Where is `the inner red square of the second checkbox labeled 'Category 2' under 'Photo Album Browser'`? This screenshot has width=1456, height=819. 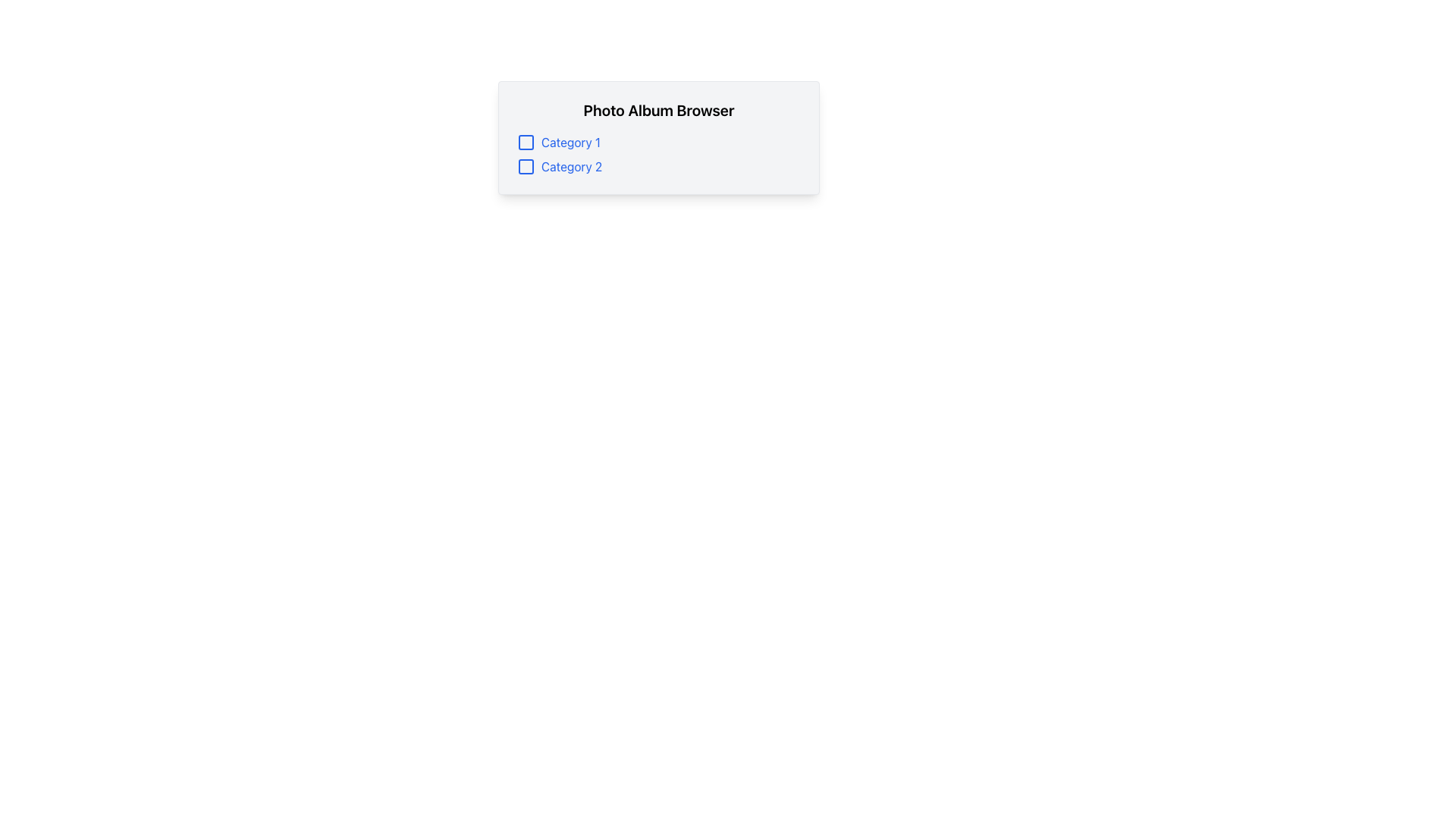 the inner red square of the second checkbox labeled 'Category 2' under 'Photo Album Browser' is located at coordinates (526, 166).